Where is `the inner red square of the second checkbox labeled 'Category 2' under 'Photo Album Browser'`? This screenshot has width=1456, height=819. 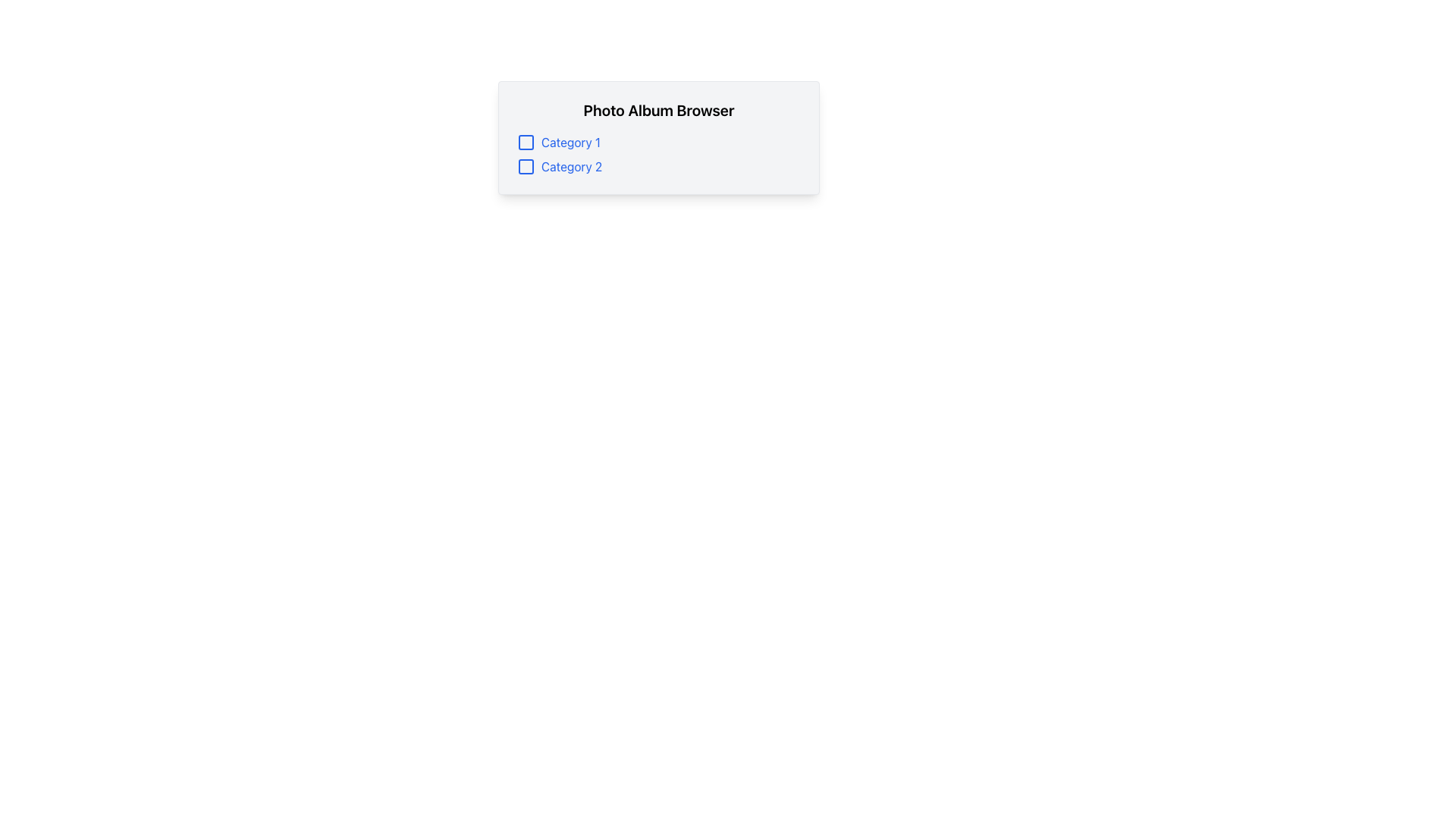 the inner red square of the second checkbox labeled 'Category 2' under 'Photo Album Browser' is located at coordinates (526, 166).